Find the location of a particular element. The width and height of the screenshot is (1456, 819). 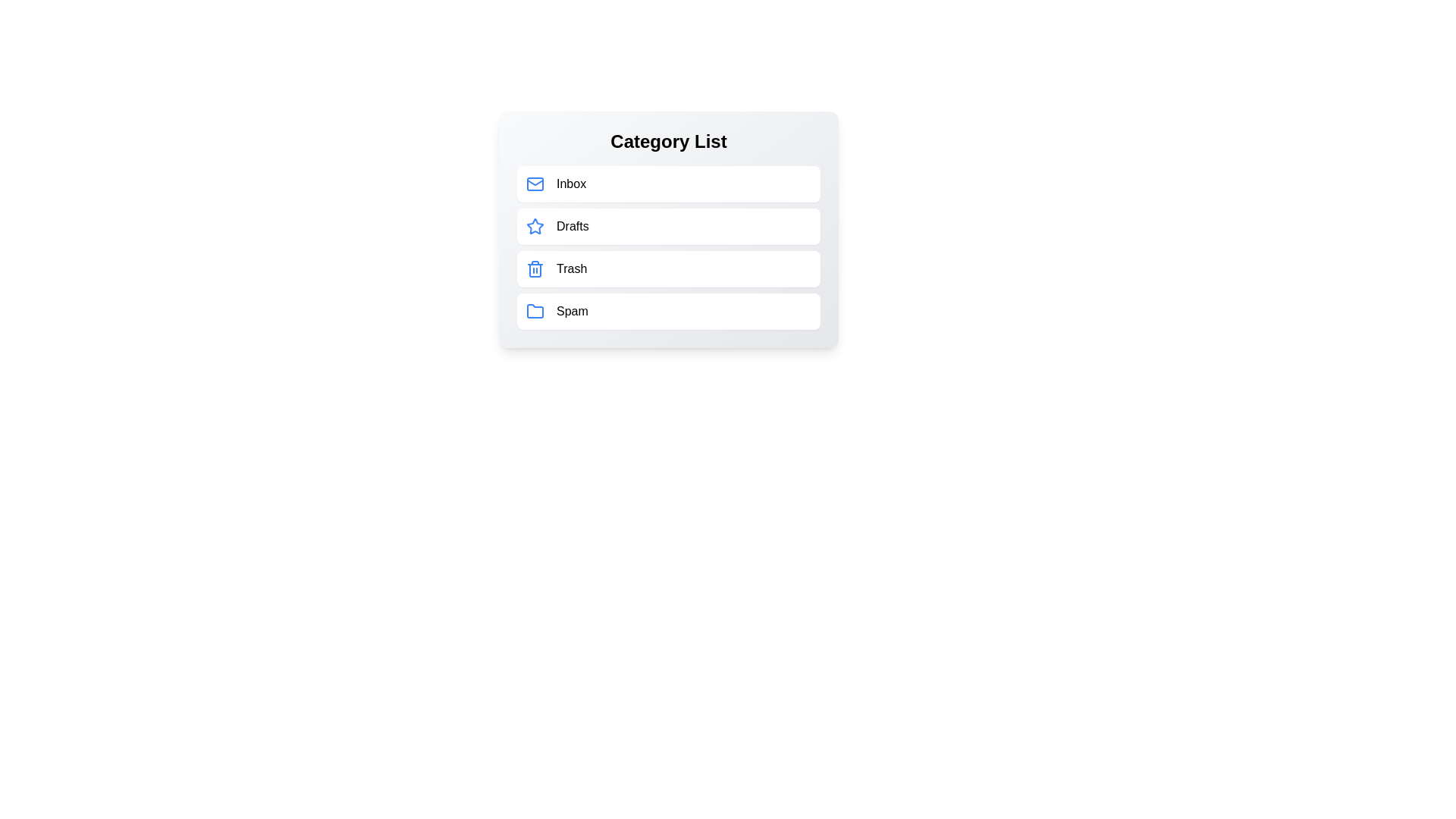

the category Drafts from the list is located at coordinates (668, 227).